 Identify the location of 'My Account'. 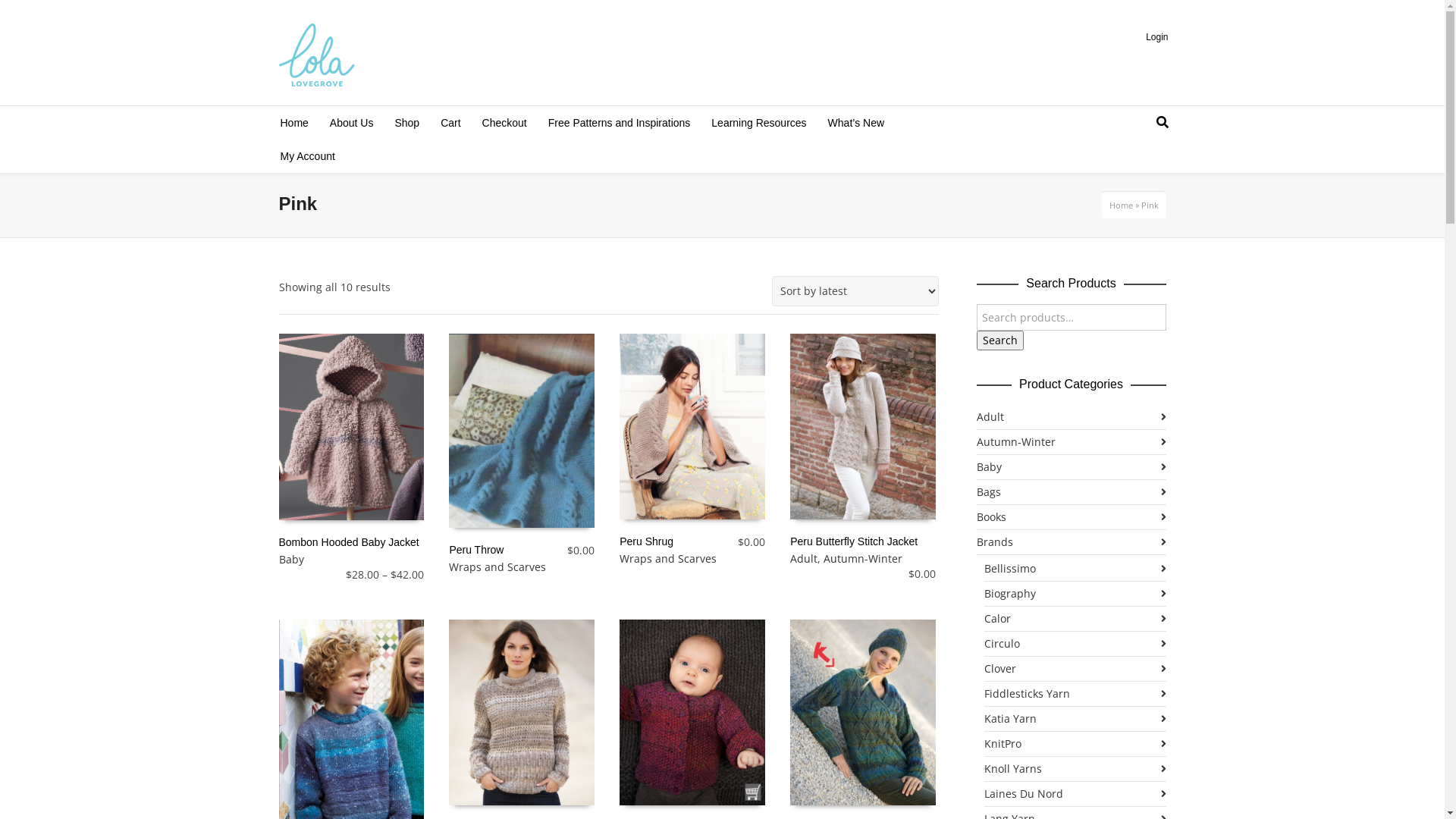
(307, 155).